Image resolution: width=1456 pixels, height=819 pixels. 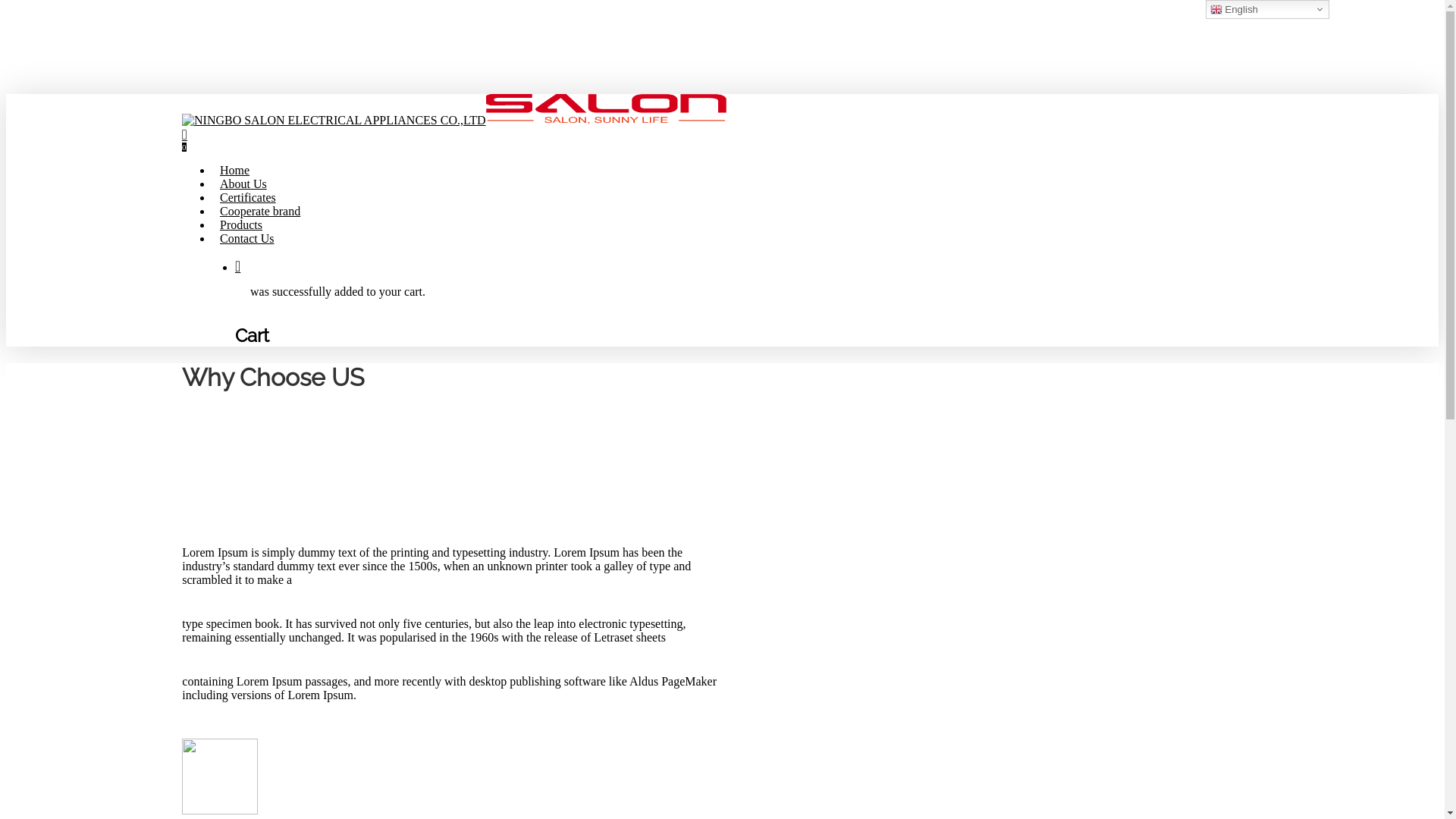 What do you see at coordinates (5, 5) in the screenshot?
I see `'Skip to main content'` at bounding box center [5, 5].